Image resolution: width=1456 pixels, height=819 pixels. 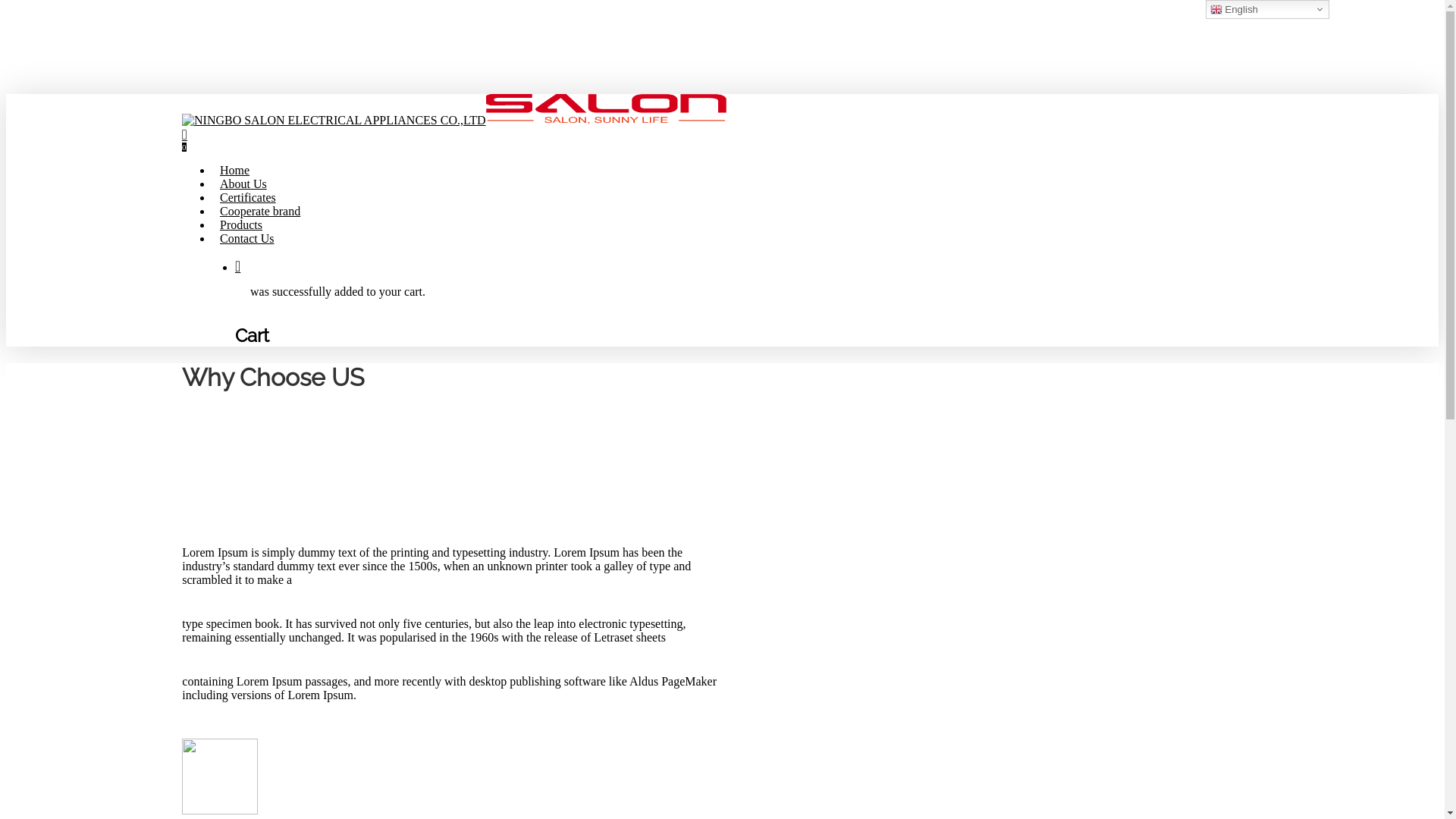 What do you see at coordinates (5, 5) in the screenshot?
I see `'Skip to main content'` at bounding box center [5, 5].